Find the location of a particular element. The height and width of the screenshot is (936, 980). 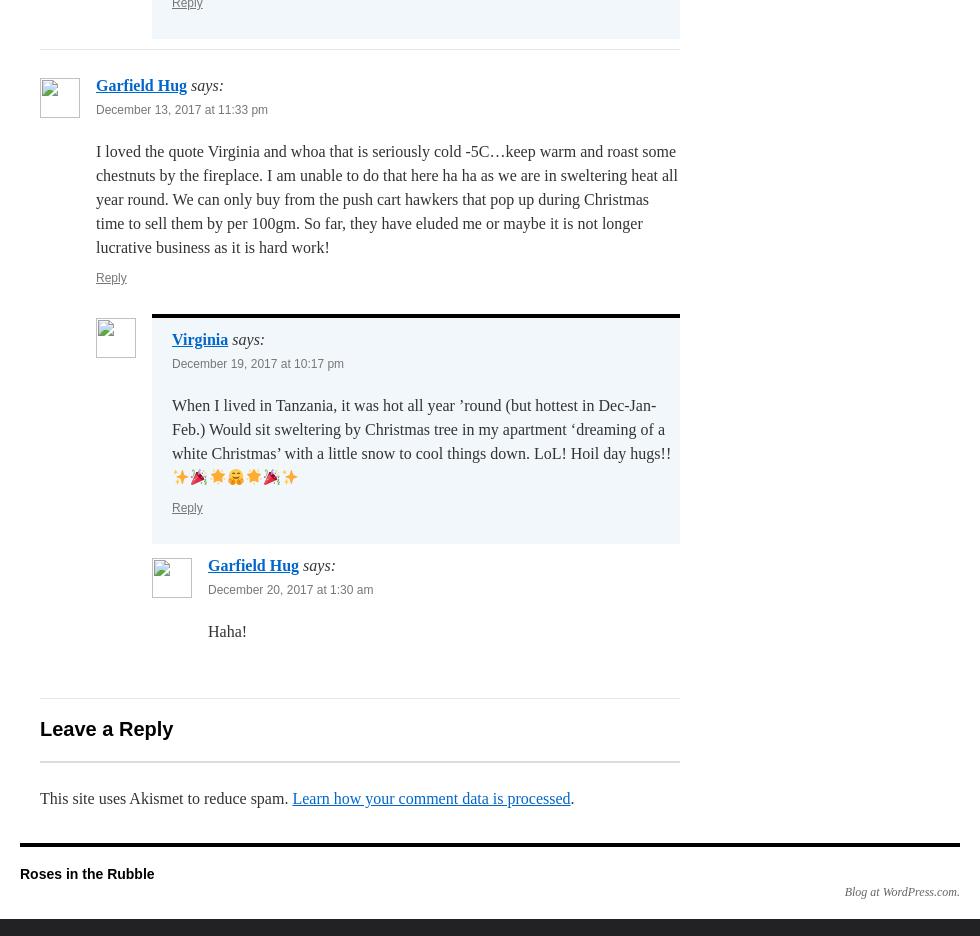

'December 13, 2017 at 11:33 pm' is located at coordinates (181, 108).